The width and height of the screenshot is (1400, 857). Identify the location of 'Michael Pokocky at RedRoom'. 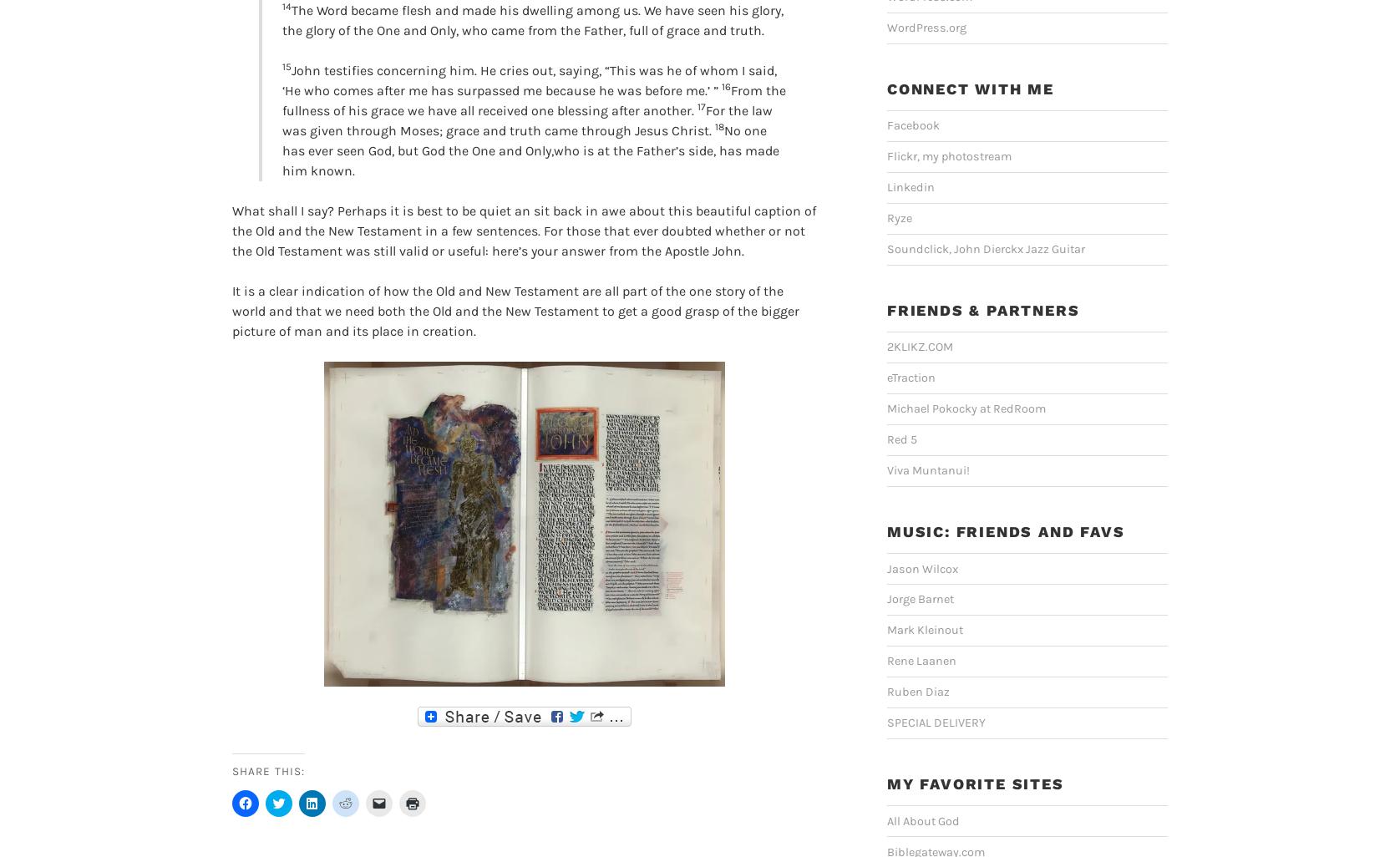
(886, 408).